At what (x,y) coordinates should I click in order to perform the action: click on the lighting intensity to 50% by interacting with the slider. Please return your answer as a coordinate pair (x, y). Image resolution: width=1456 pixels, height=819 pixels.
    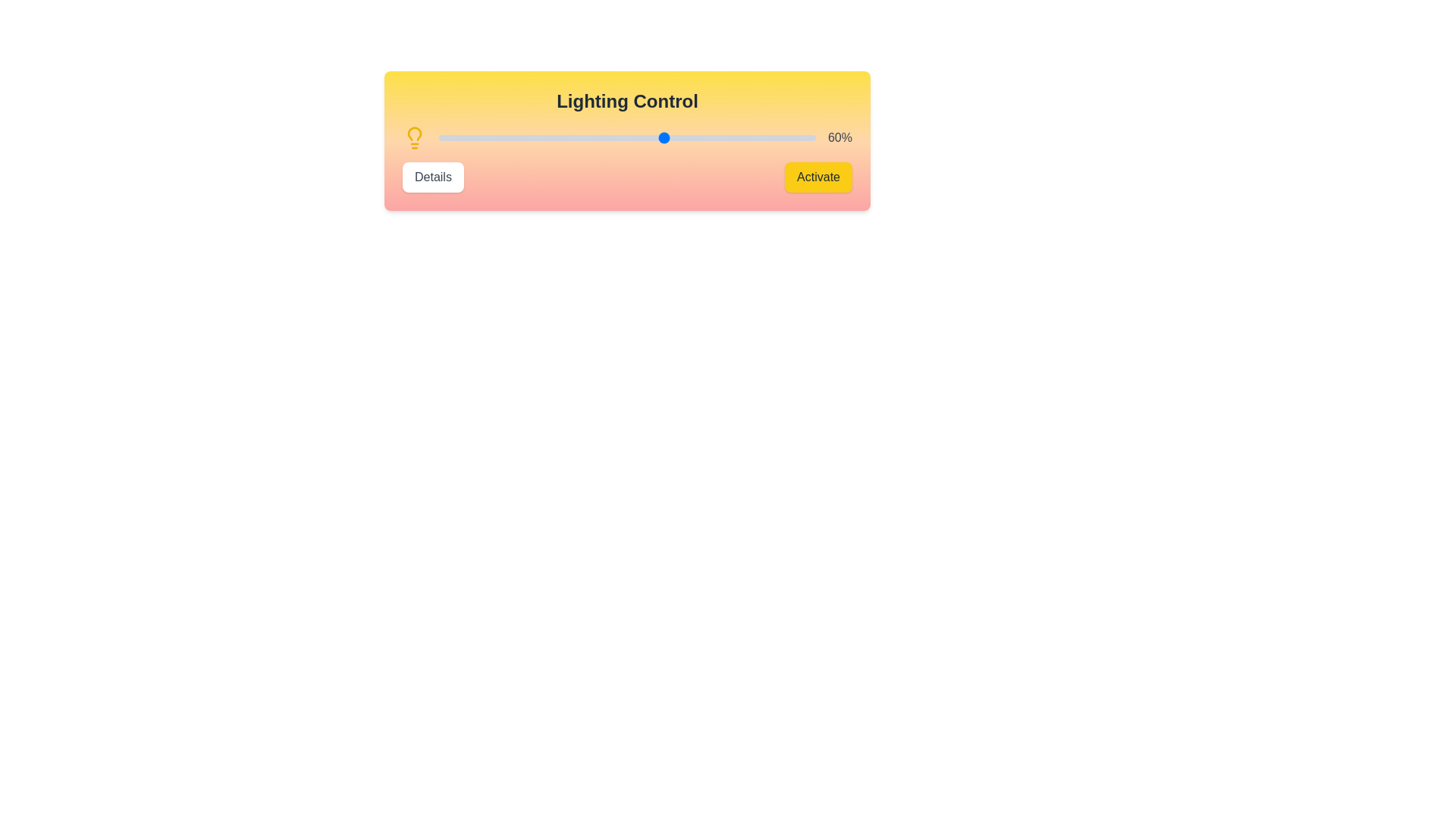
    Looking at the image, I should click on (626, 137).